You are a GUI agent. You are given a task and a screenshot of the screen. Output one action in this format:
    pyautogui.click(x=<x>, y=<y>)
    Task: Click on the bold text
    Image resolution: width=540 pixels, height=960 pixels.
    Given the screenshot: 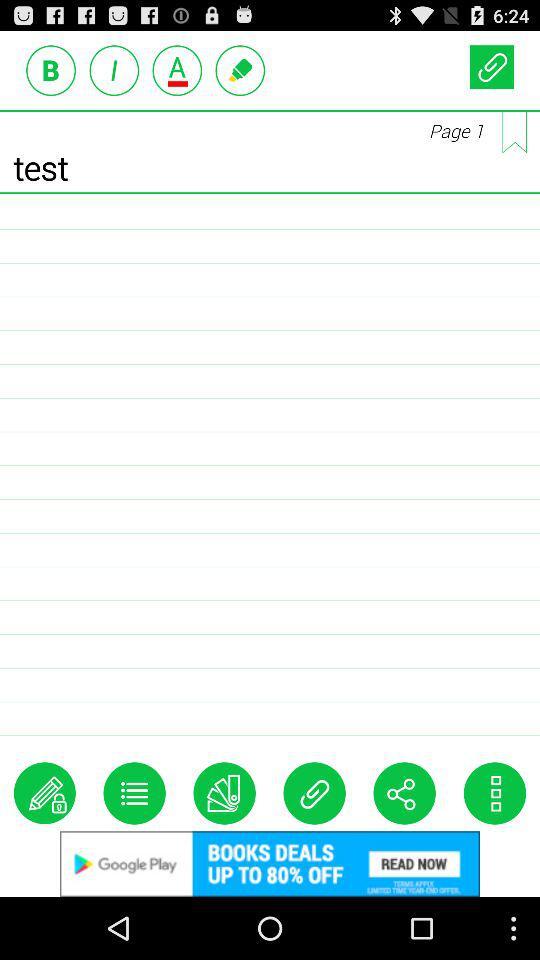 What is the action you would take?
    pyautogui.click(x=51, y=70)
    